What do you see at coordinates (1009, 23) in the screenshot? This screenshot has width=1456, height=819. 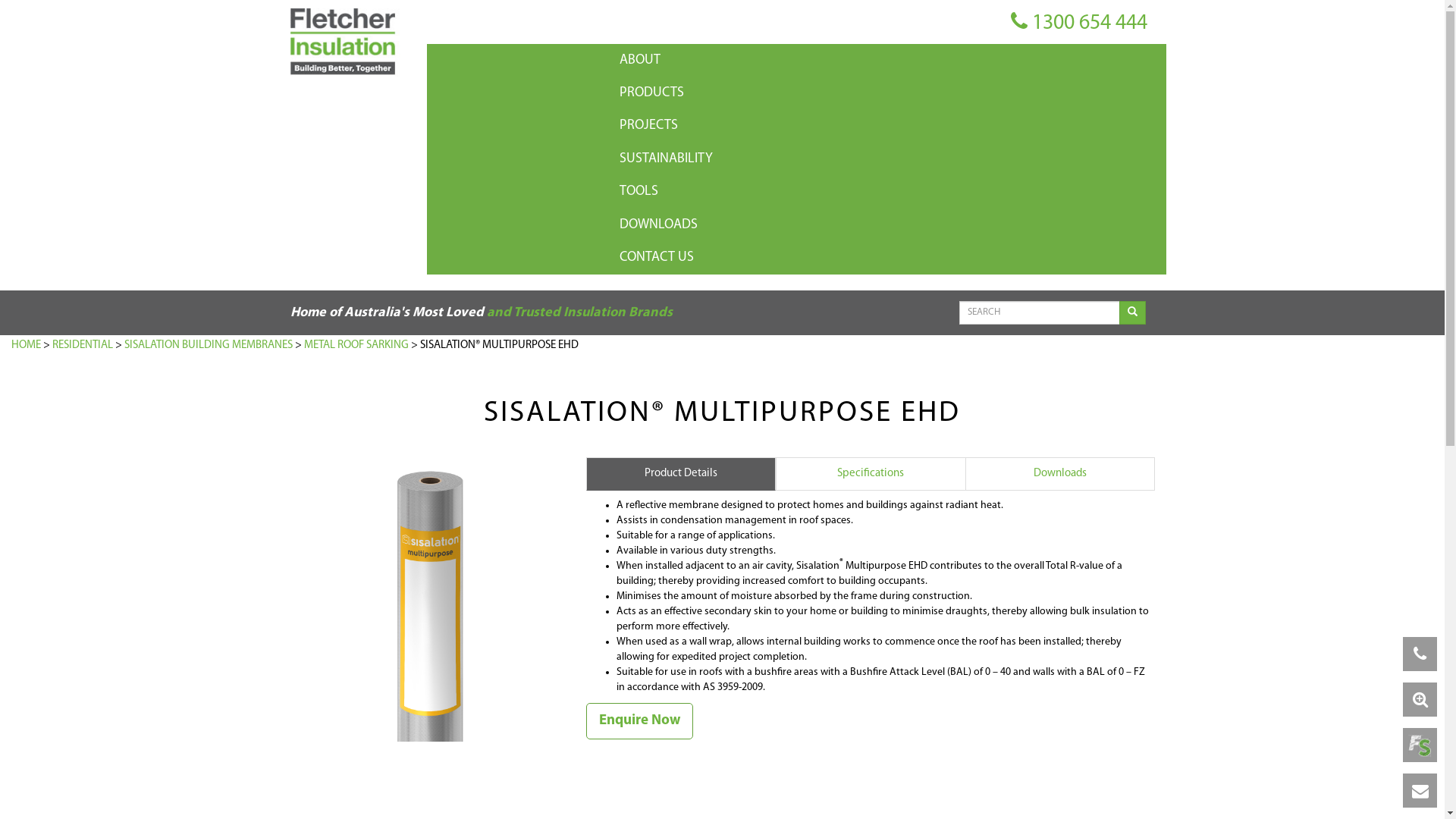 I see `'1300 654 444'` at bounding box center [1009, 23].